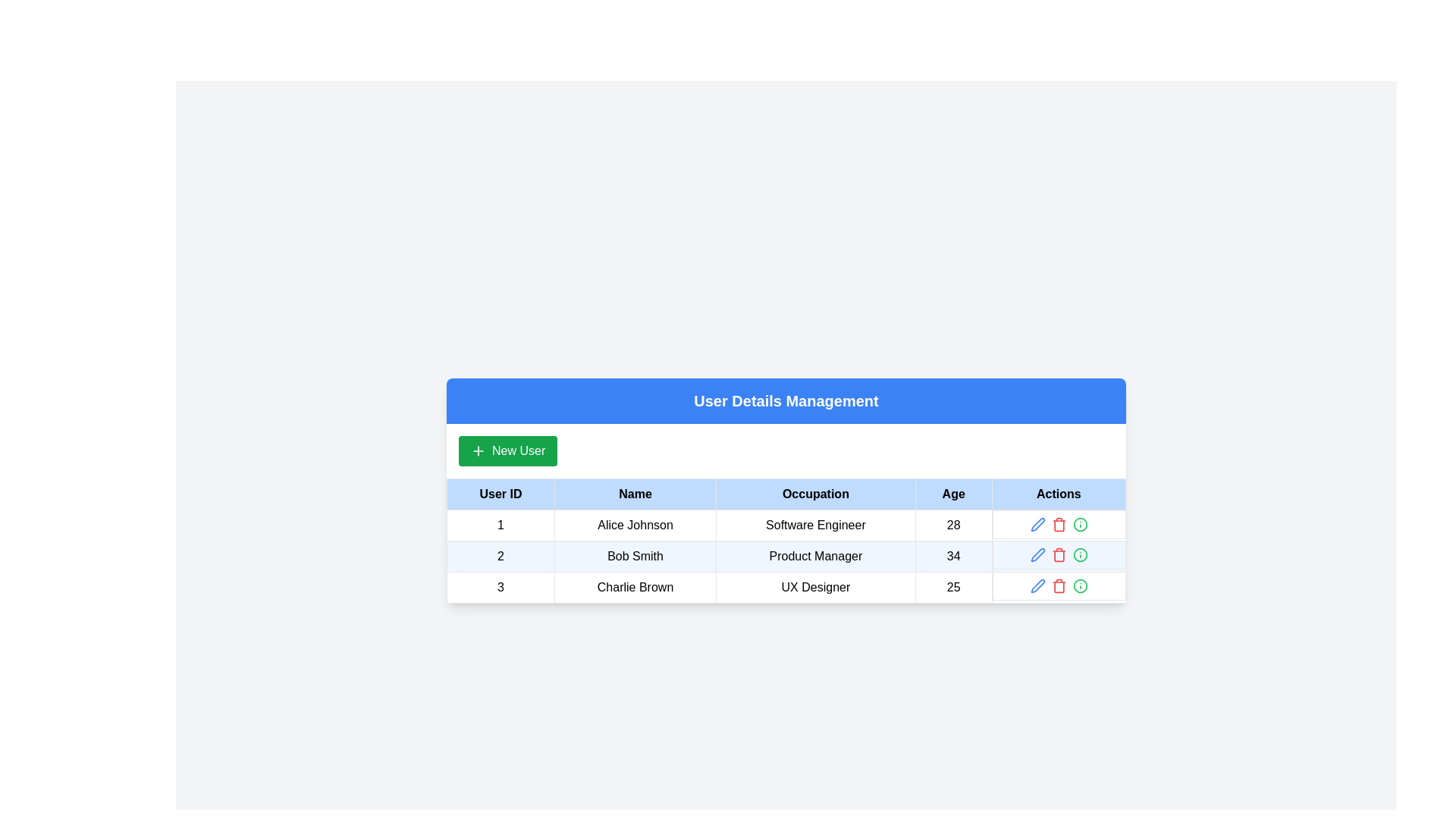 The image size is (1456, 819). Describe the element at coordinates (952, 586) in the screenshot. I see `numerical age of the user 'Charlie Brown' from the Text label located in the fourth cell of the third row in the table` at that location.